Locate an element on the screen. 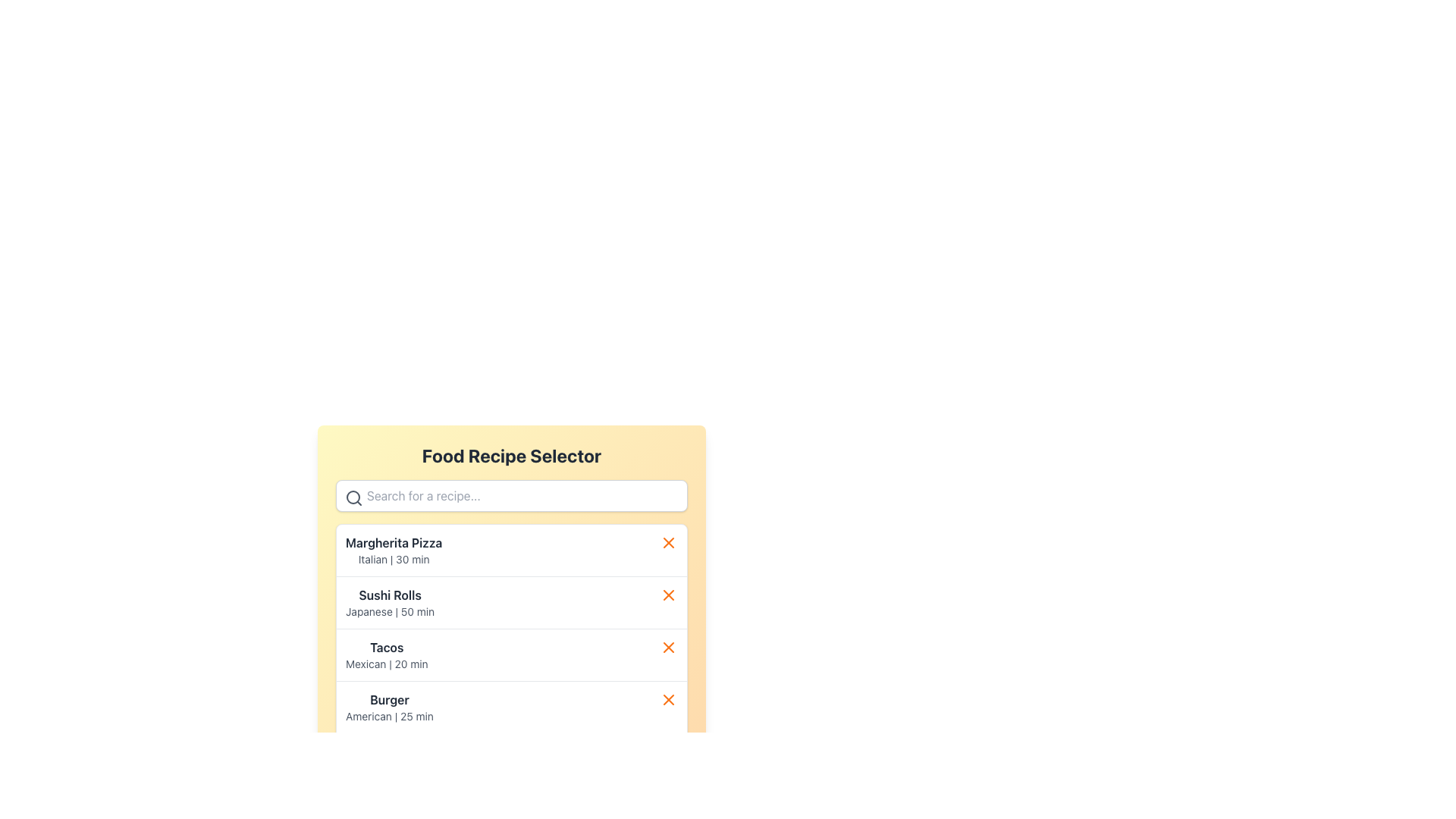 The image size is (1456, 819). the subtitle text label displaying 'American | 25 min', which is located beneath the 'Burger' label in the lower section of the interface is located at coordinates (389, 717).